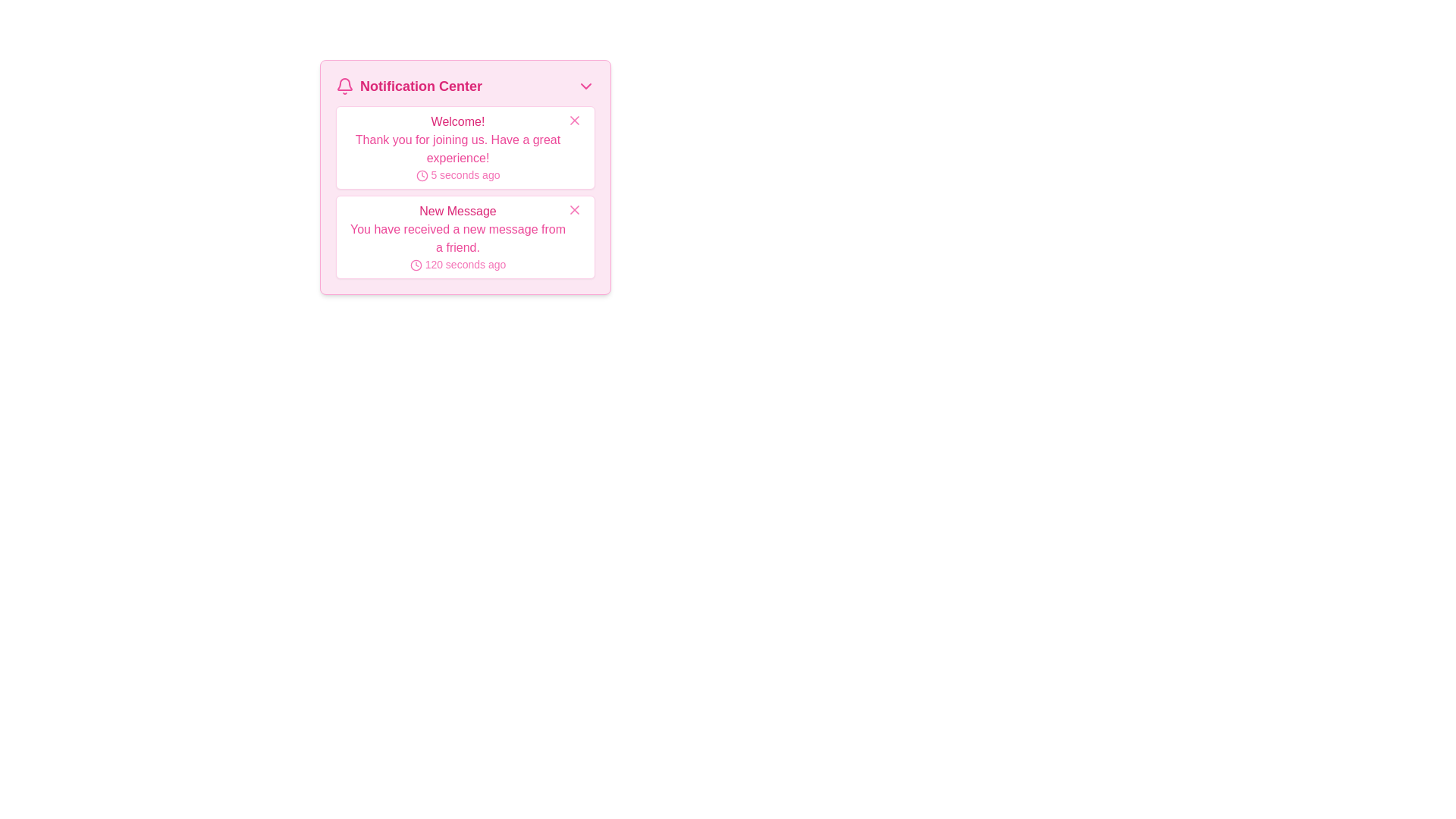 This screenshot has height=819, width=1456. What do you see at coordinates (457, 237) in the screenshot?
I see `text on the second notification card in the Notification Center, which summarizes the type of notification, the content of the message, and when it was received` at bounding box center [457, 237].